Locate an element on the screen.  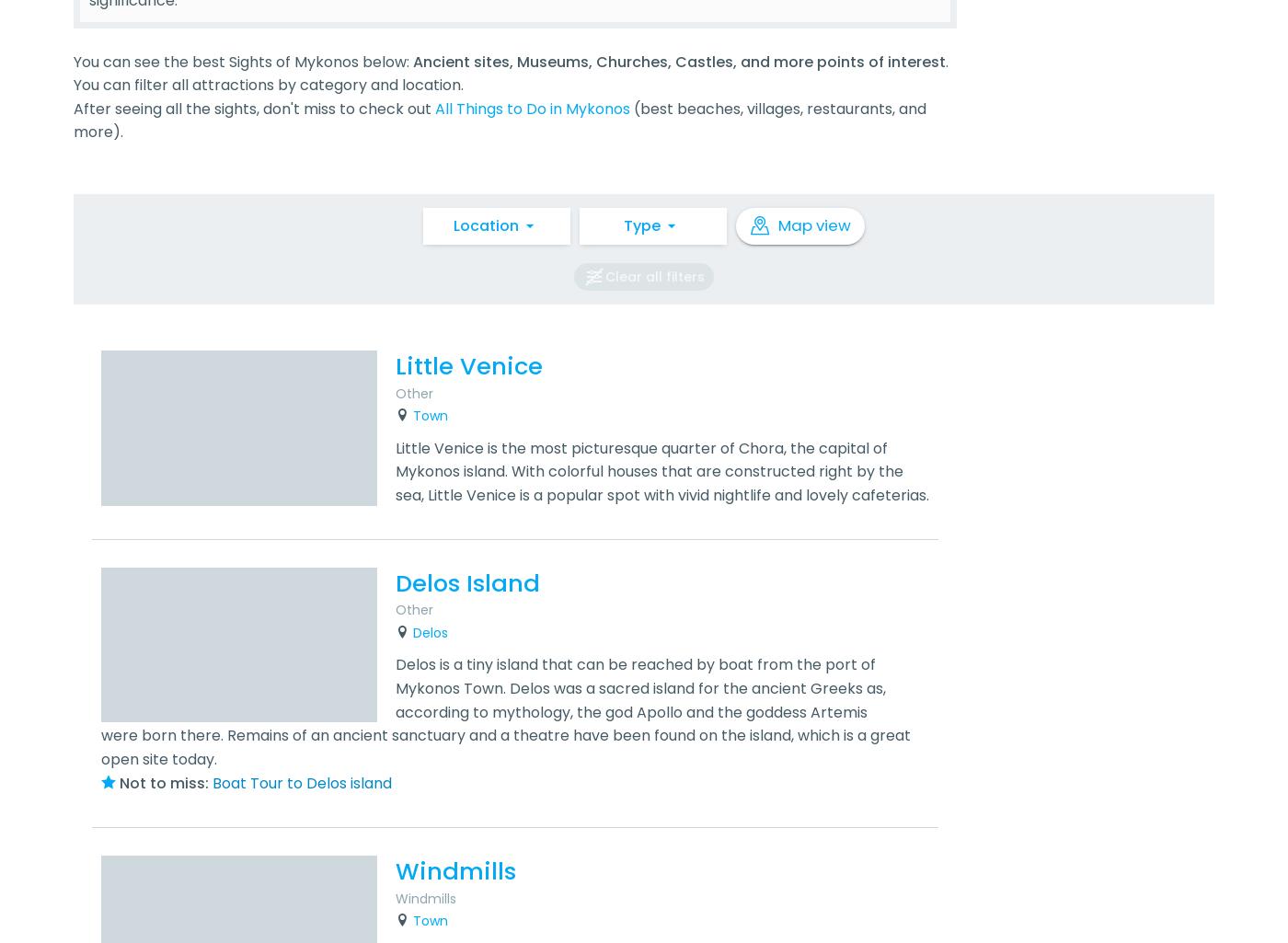
'Map view' is located at coordinates (813, 224).